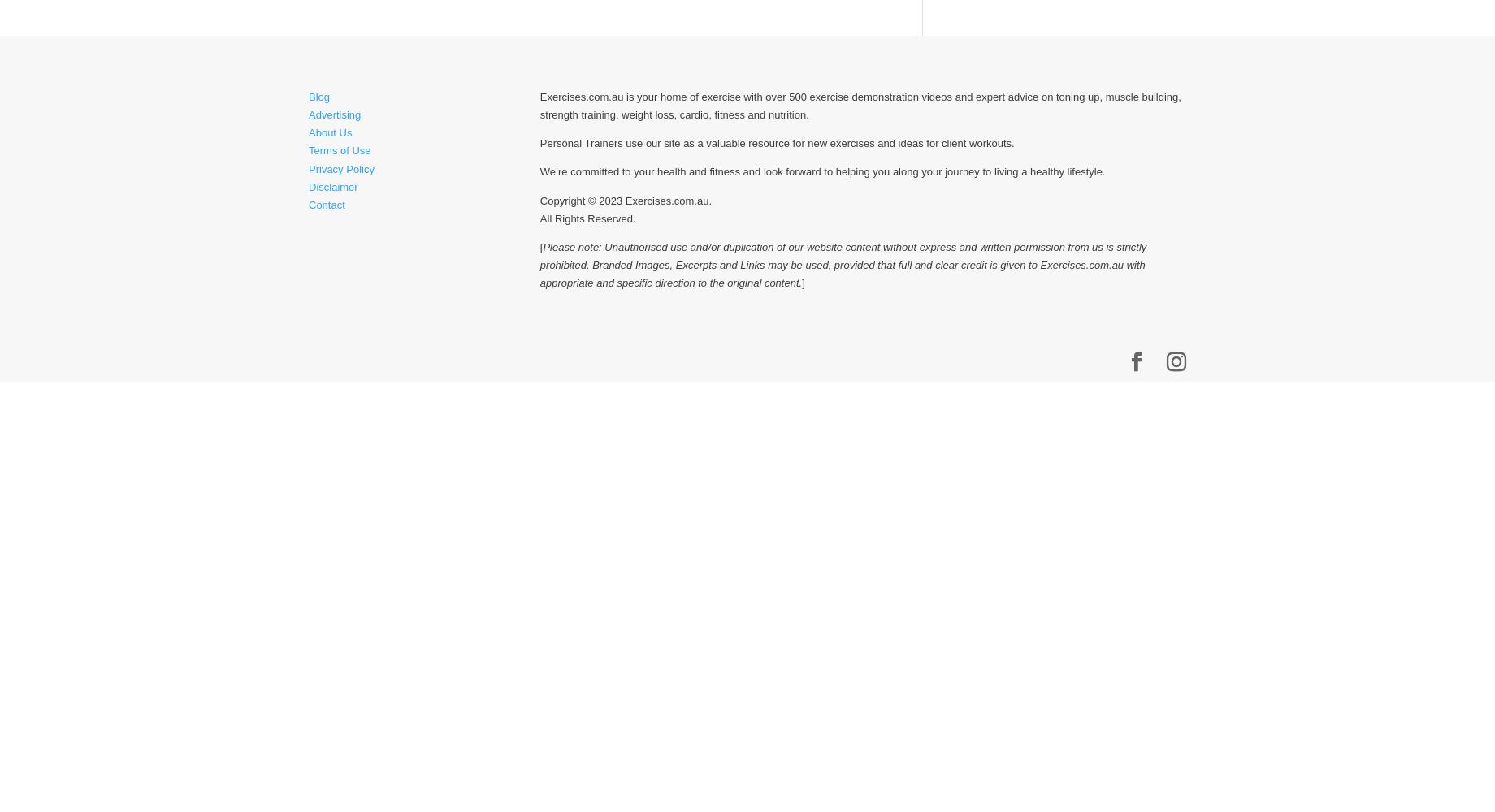 This screenshot has width=1495, height=812. I want to click on 'Advertising', so click(333, 114).